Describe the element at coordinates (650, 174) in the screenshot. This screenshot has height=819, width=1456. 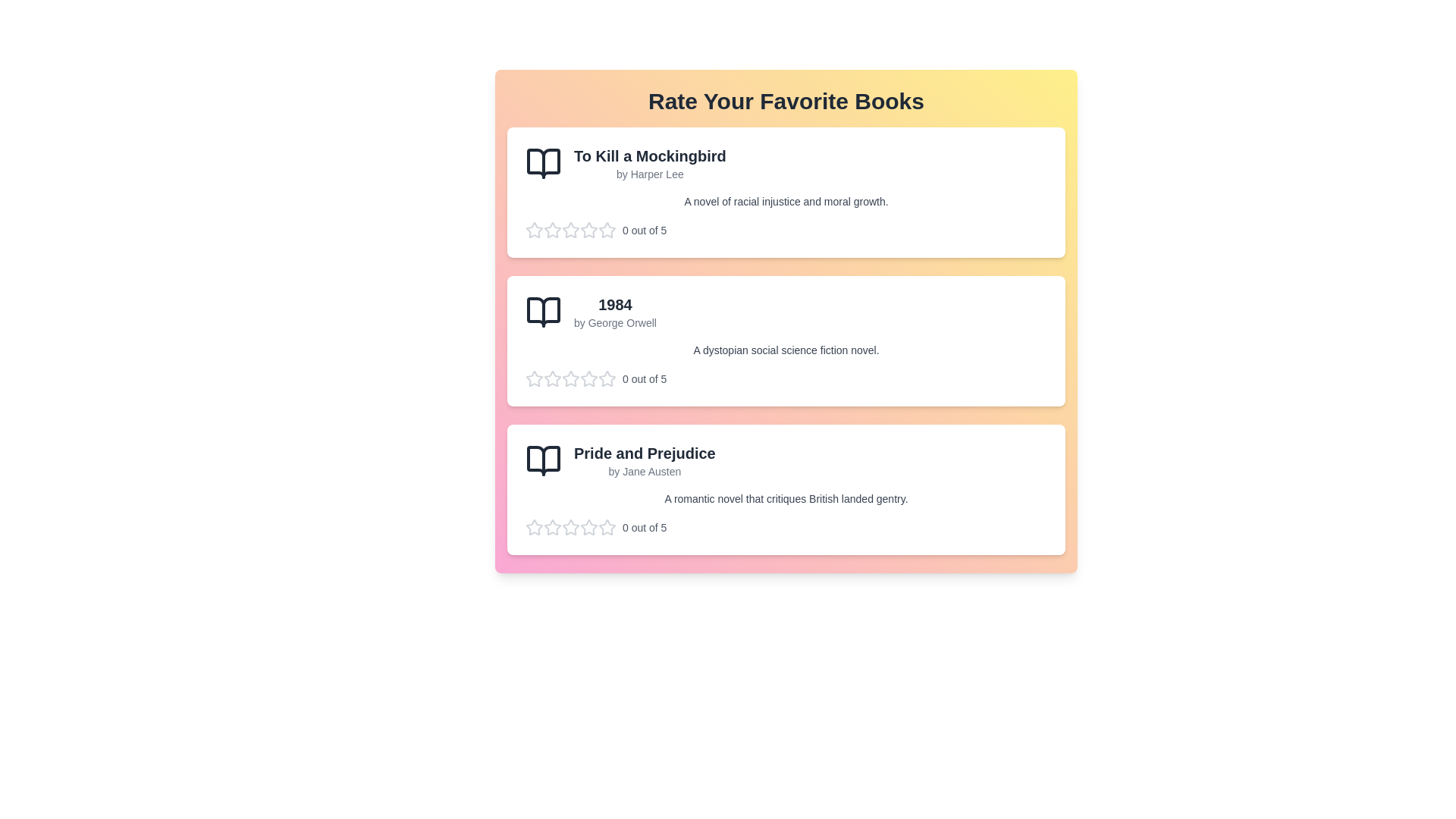
I see `the text label displaying the author information 'by Harper Lee' in a small, gray font, which is positioned beneath the book title 'To Kill a Mockingbird' in the uppermost card of a vertical list` at that location.